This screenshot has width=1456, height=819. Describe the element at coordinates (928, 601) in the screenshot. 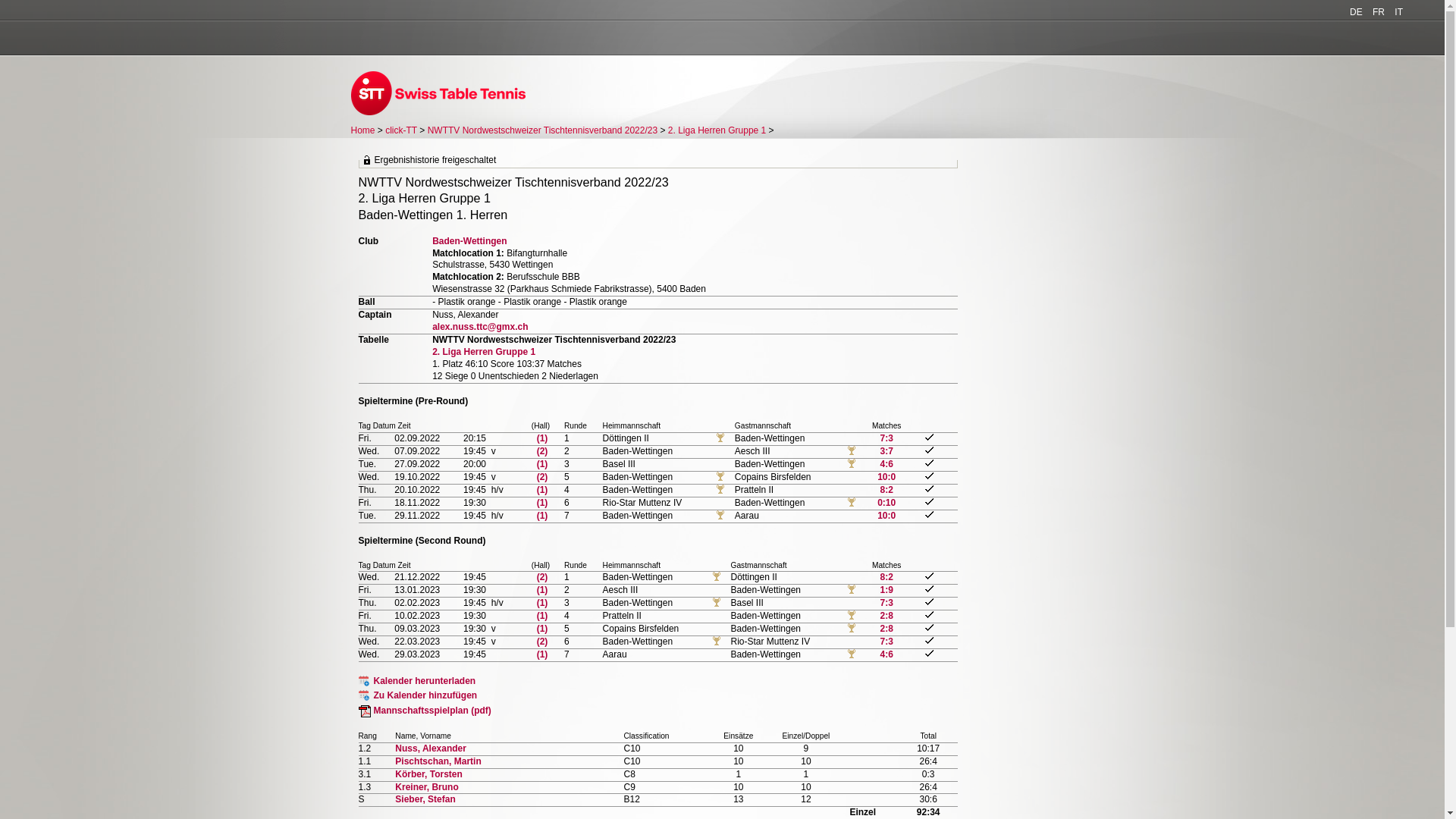

I see `'Spielbericht genehmigt'` at that location.